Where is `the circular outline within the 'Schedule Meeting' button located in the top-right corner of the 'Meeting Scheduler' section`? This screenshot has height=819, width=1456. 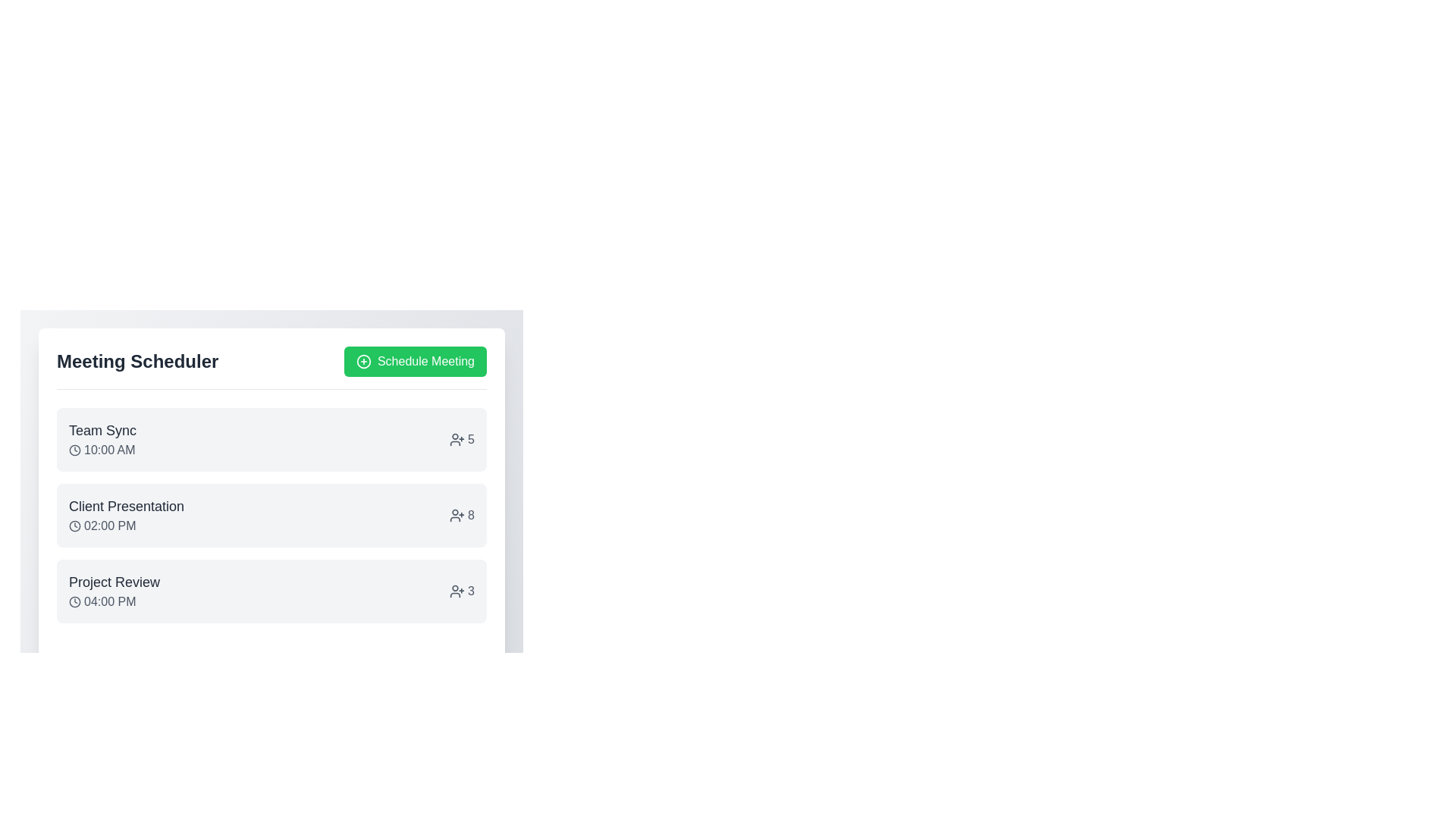
the circular outline within the 'Schedule Meeting' button located in the top-right corner of the 'Meeting Scheduler' section is located at coordinates (364, 362).